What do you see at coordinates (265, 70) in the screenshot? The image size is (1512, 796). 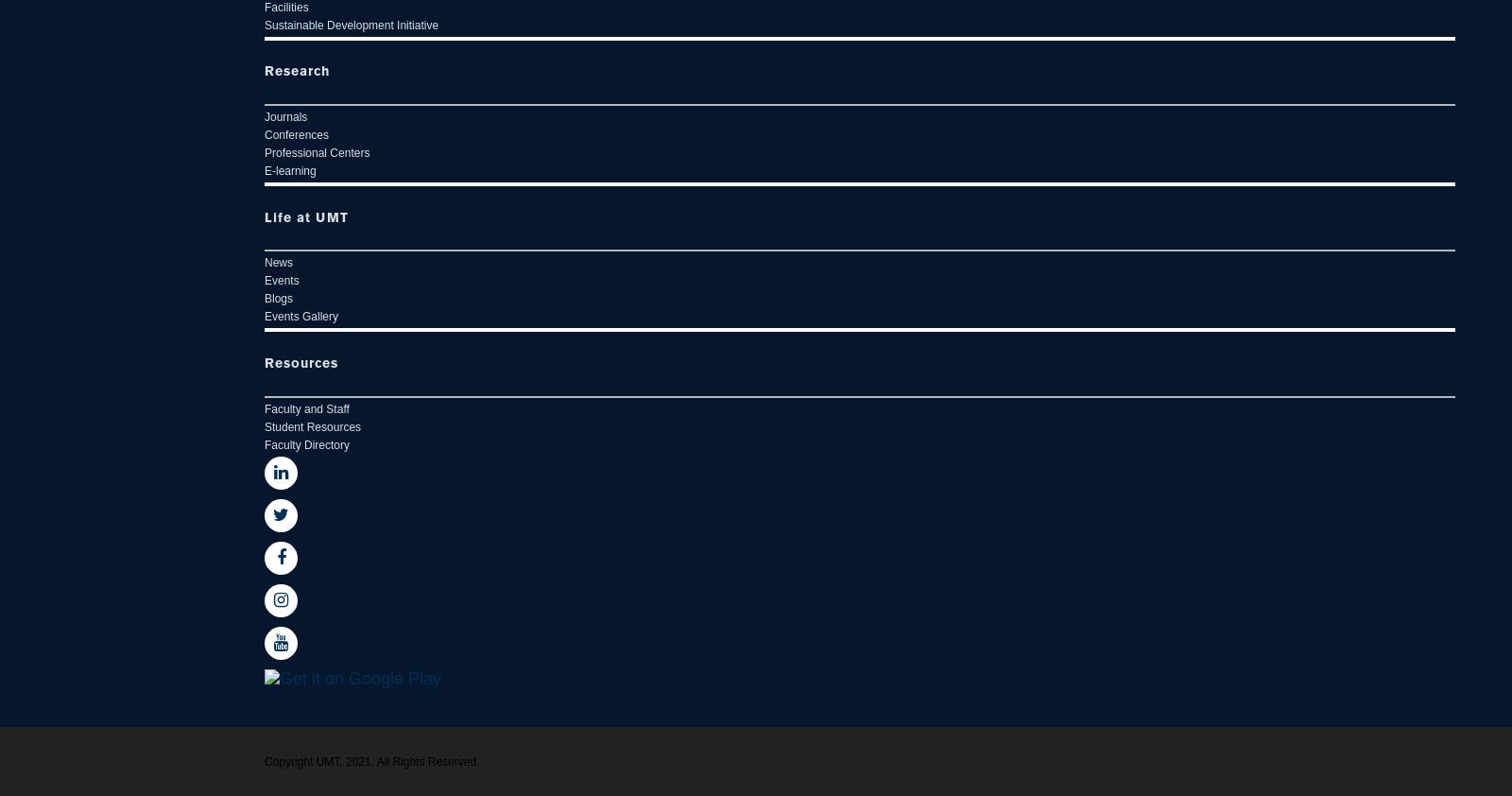 I see `'Research'` at bounding box center [265, 70].